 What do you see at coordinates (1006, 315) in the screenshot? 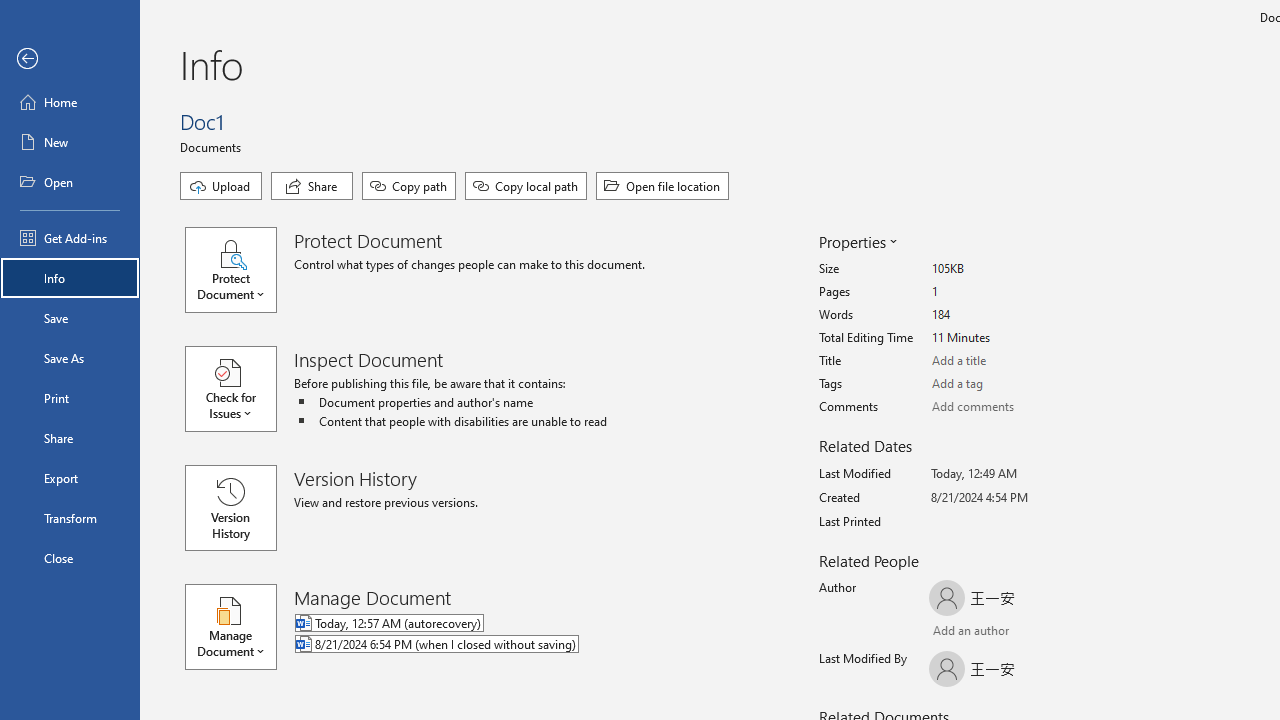
I see `'Words'` at bounding box center [1006, 315].